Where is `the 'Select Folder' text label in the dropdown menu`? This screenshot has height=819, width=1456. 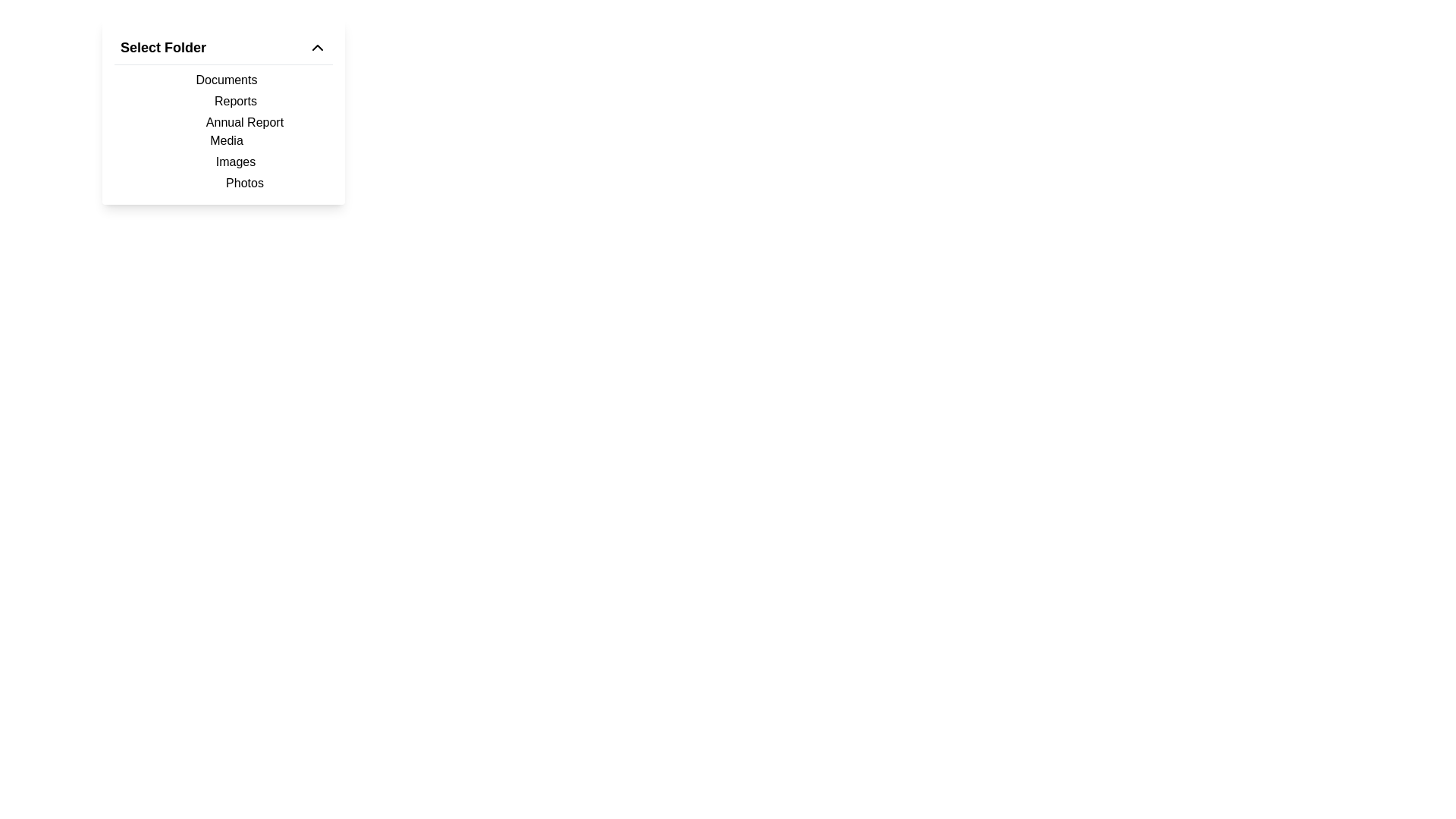 the 'Select Folder' text label in the dropdown menu is located at coordinates (163, 46).